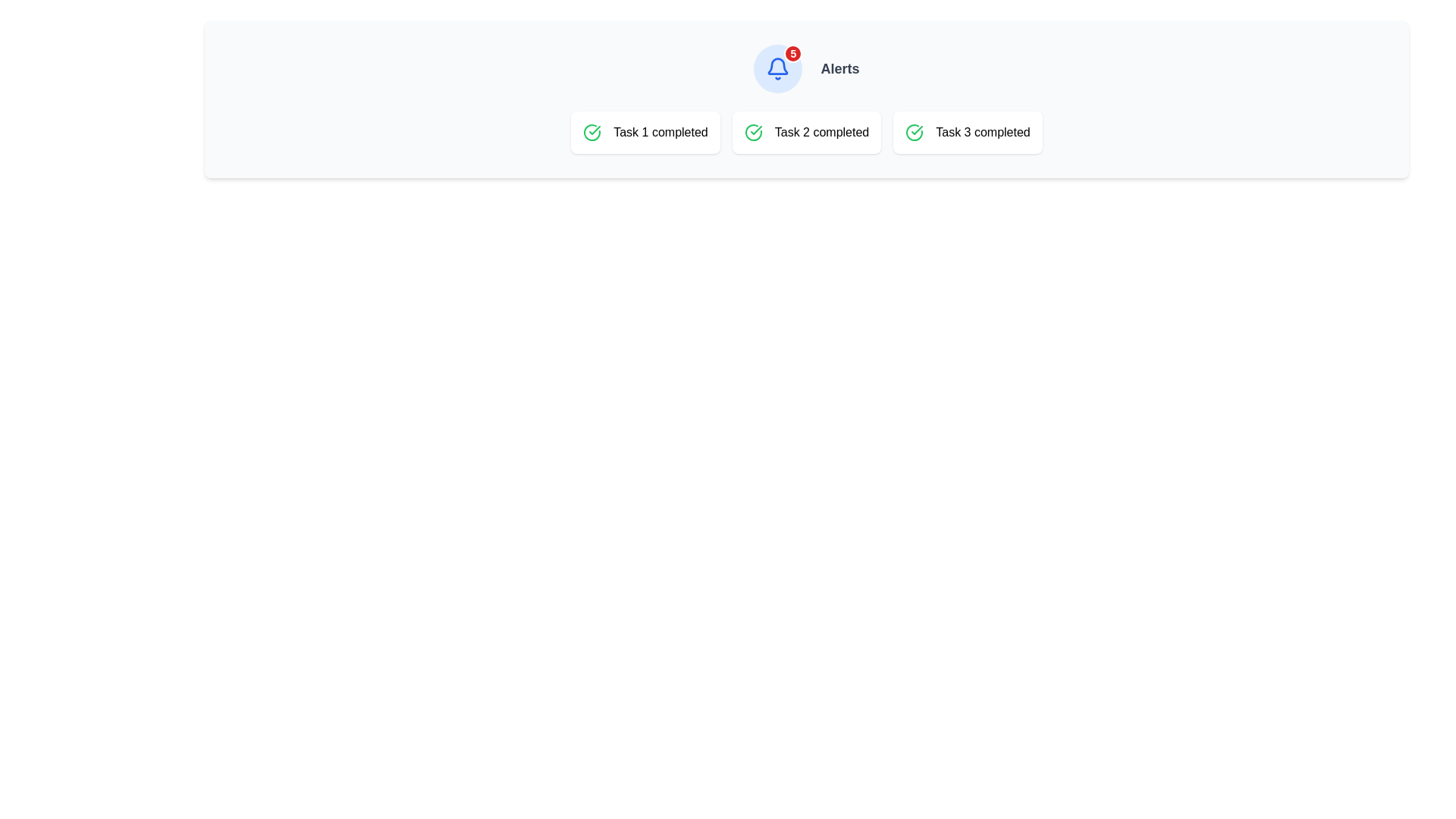 Image resolution: width=1456 pixels, height=819 pixels. What do you see at coordinates (914, 131) in the screenshot?
I see `the completion icon located at the leftmost position of the card labeled 'Task 3 completed'` at bounding box center [914, 131].